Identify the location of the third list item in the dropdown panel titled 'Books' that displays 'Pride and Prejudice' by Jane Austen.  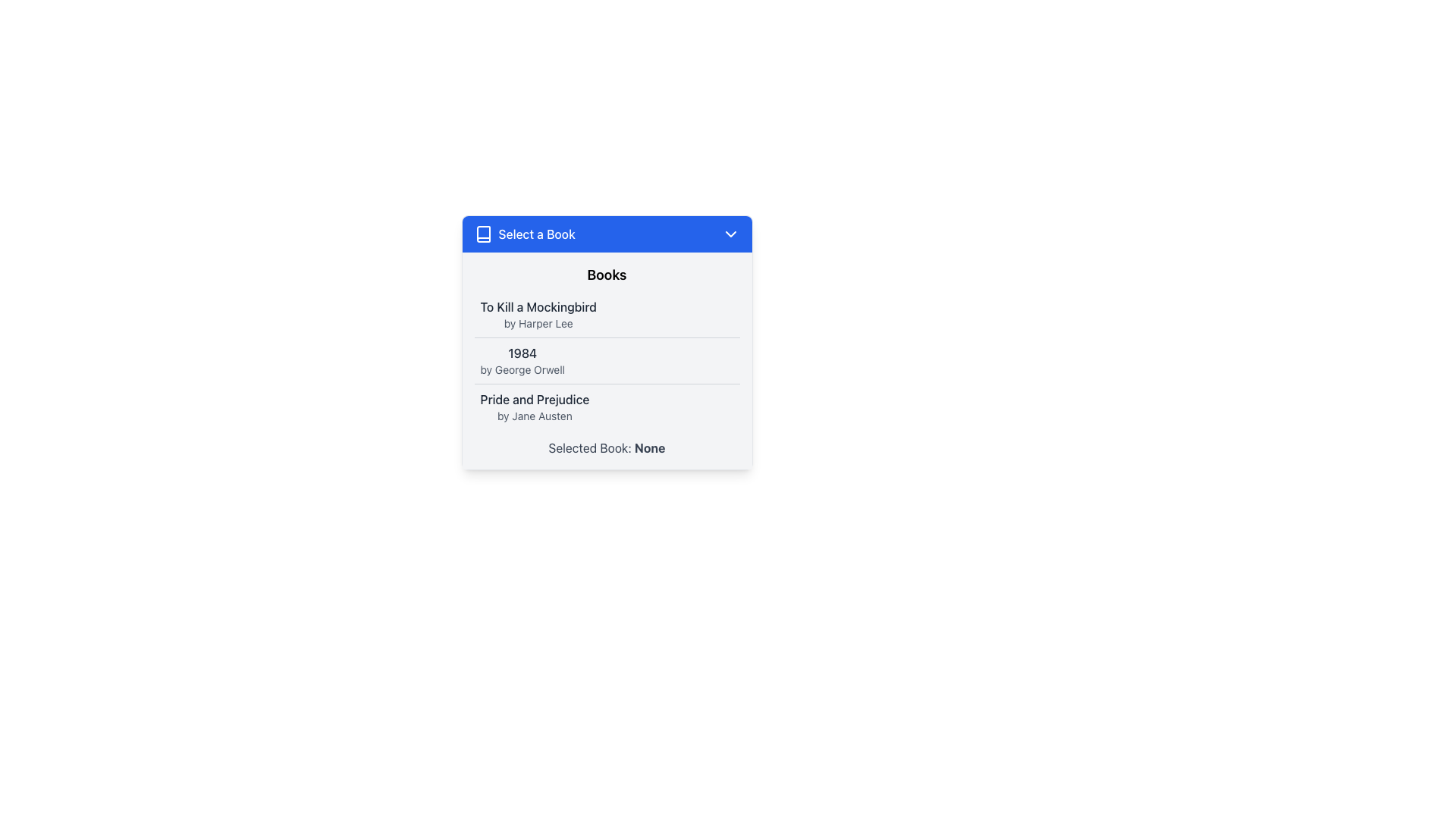
(535, 406).